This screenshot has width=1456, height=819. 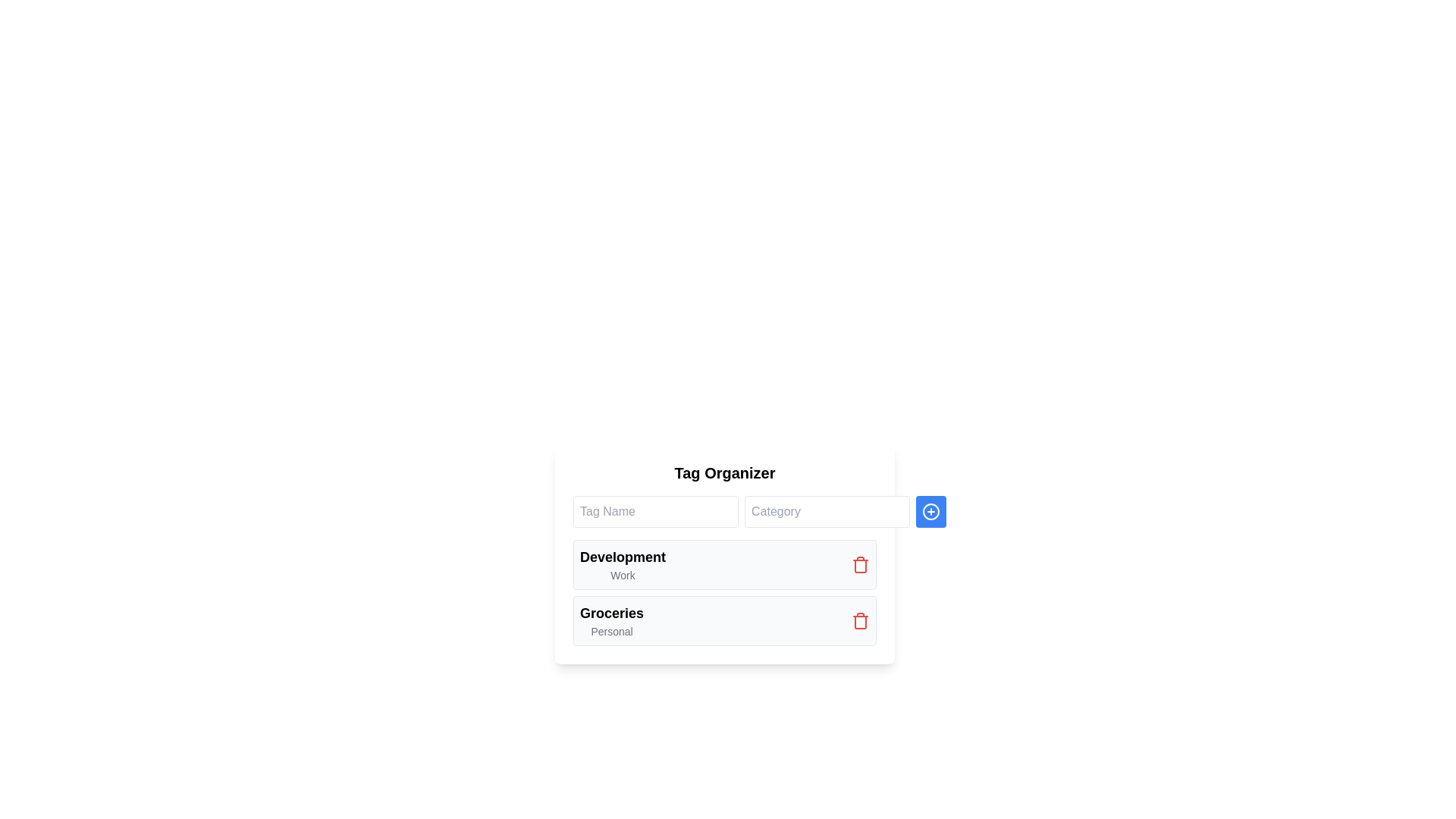 What do you see at coordinates (723, 472) in the screenshot?
I see `the bold header text titled 'Tag Organizer', which is styled with a larger font size and centered alignment, located at the top of a white, rounded rectangle panel` at bounding box center [723, 472].